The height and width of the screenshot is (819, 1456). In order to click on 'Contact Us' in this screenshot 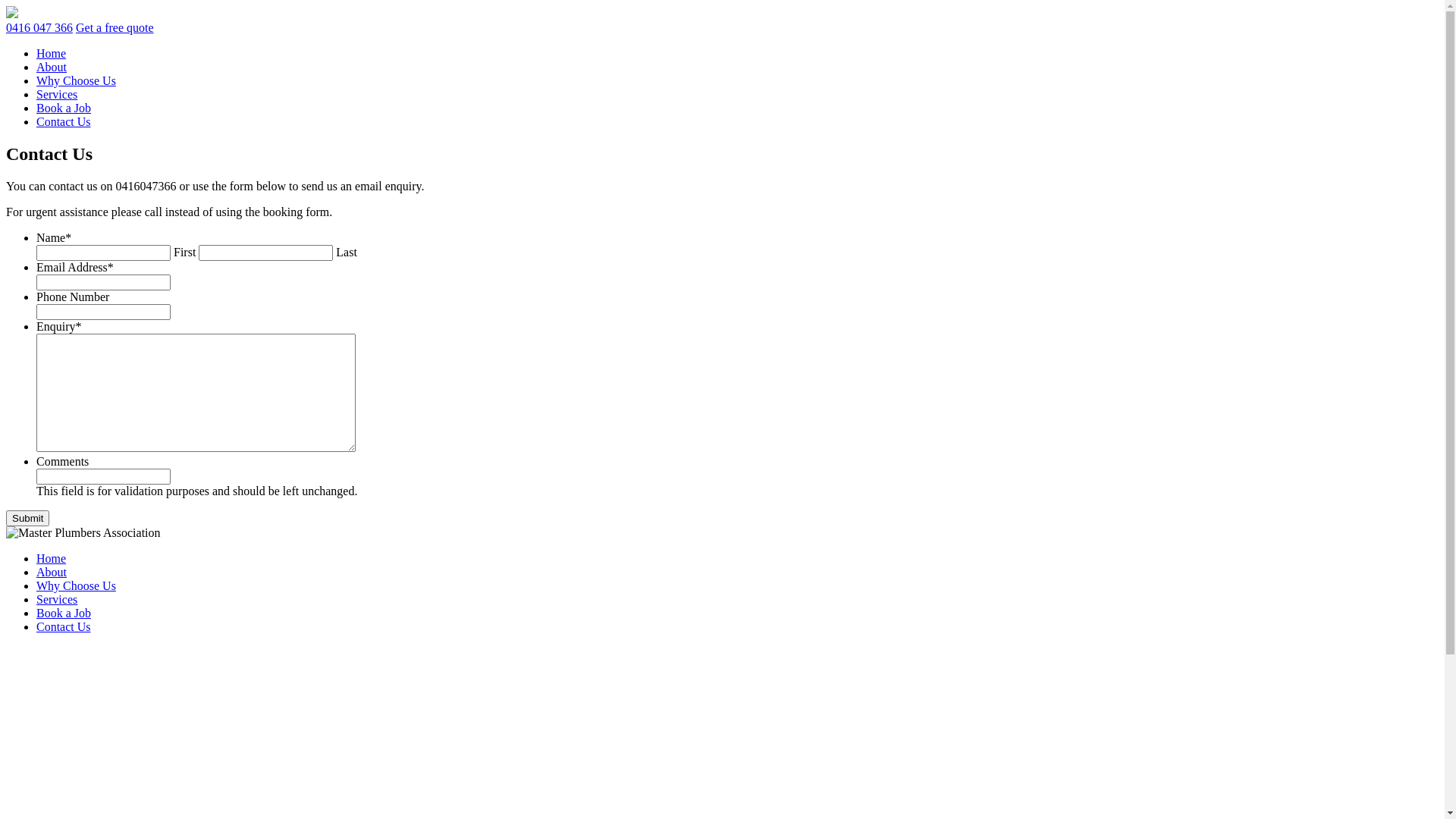, I will do `click(62, 121)`.